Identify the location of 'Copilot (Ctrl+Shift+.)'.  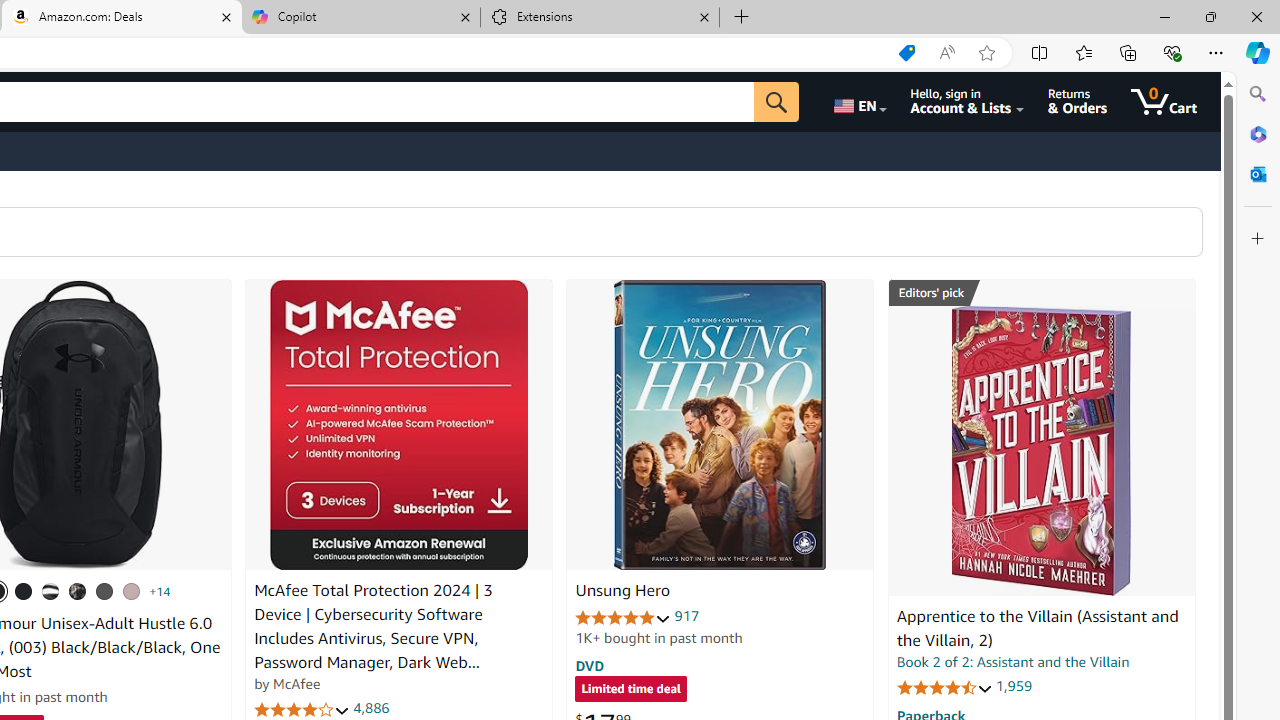
(1257, 51).